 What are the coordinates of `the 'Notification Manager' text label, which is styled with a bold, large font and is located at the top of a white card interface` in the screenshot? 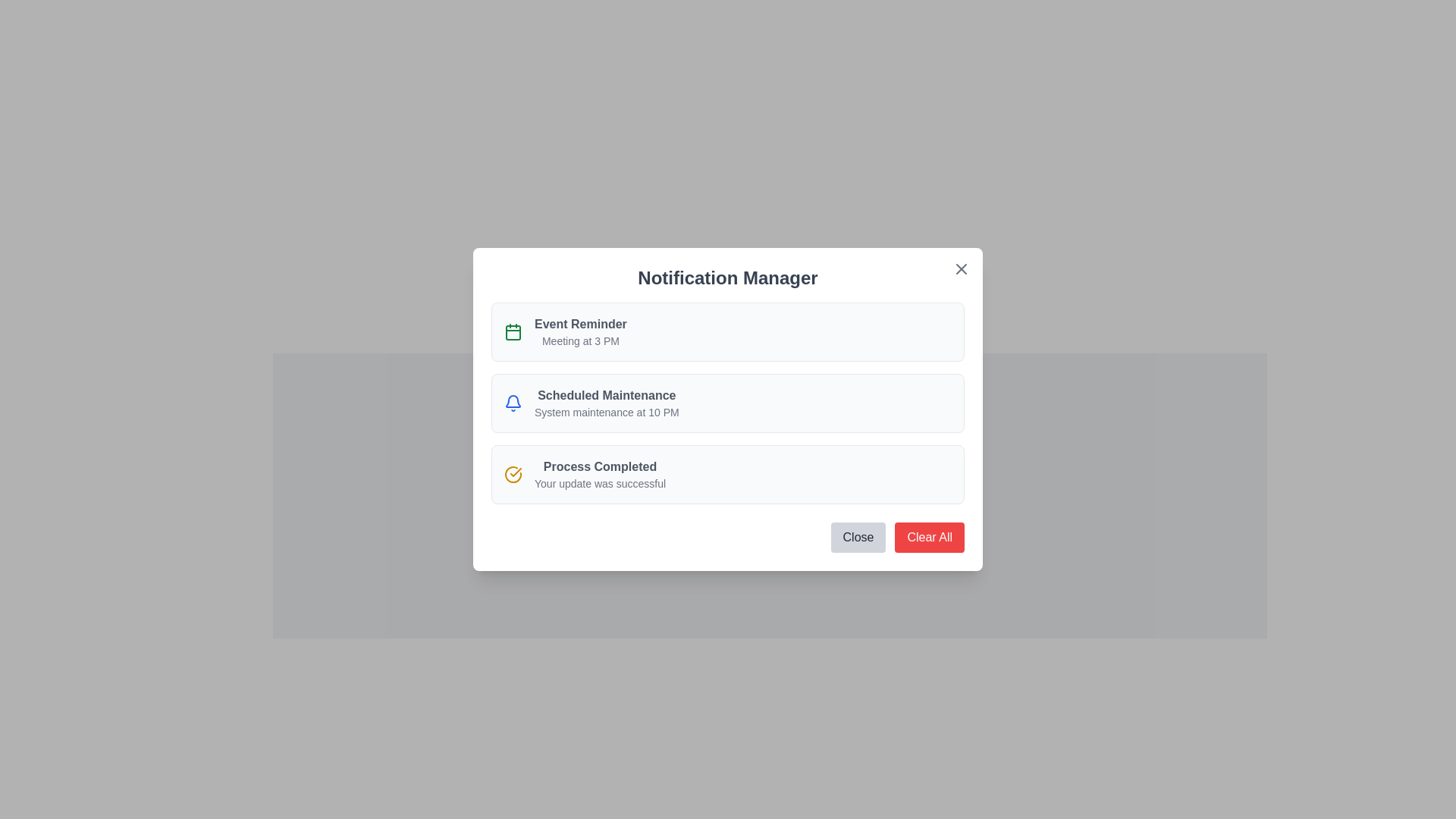 It's located at (728, 278).